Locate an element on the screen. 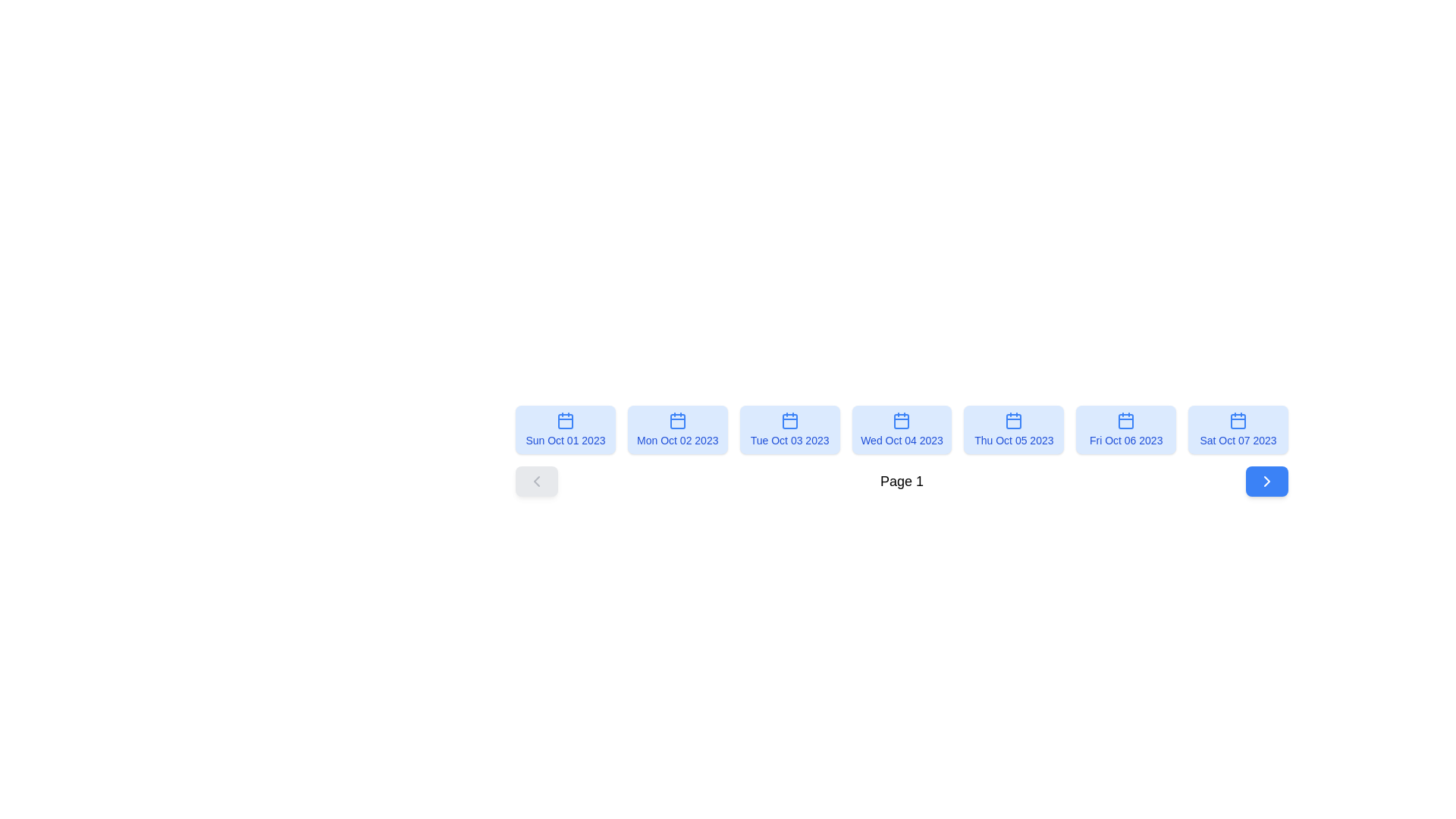  the calendar icon that represents the date 'Mon Oct 02 2023', which is the second icon in a horizontally-aligned list of date items is located at coordinates (676, 421).